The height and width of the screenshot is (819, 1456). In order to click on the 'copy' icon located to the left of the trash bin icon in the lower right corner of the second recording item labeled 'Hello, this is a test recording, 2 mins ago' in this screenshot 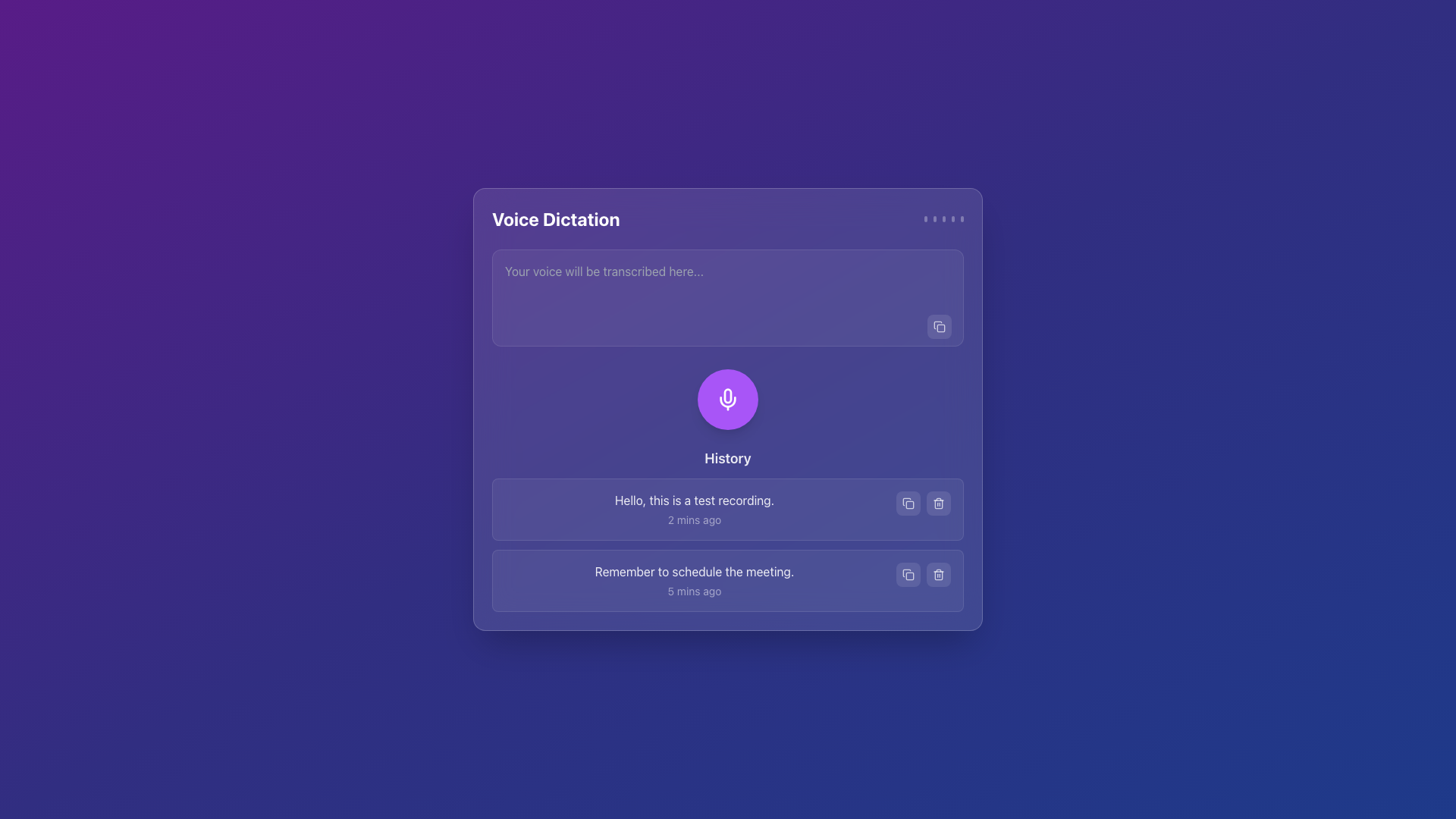, I will do `click(906, 502)`.